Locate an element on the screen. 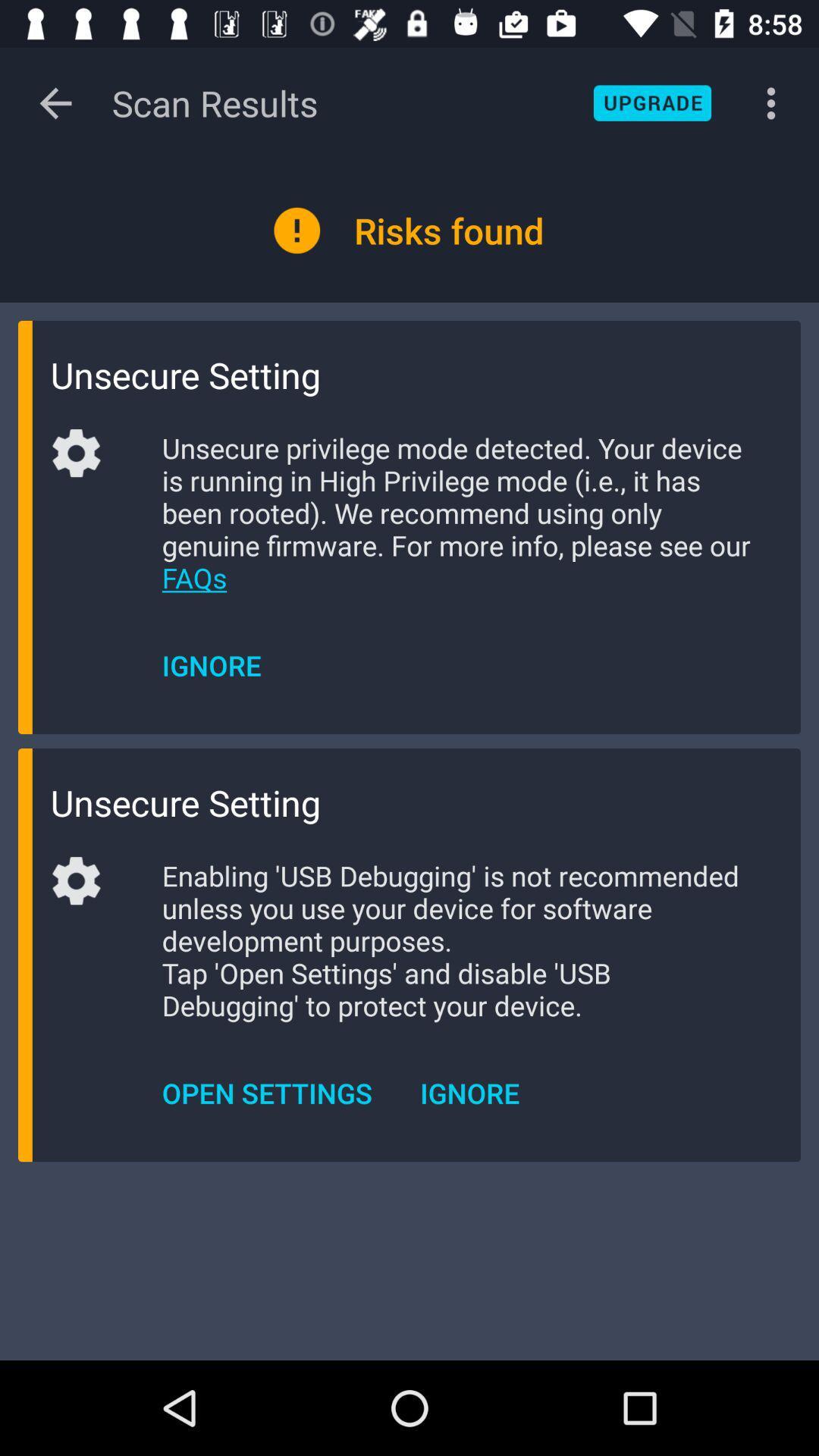 This screenshot has height=1456, width=819. the image left to risks found is located at coordinates (297, 230).